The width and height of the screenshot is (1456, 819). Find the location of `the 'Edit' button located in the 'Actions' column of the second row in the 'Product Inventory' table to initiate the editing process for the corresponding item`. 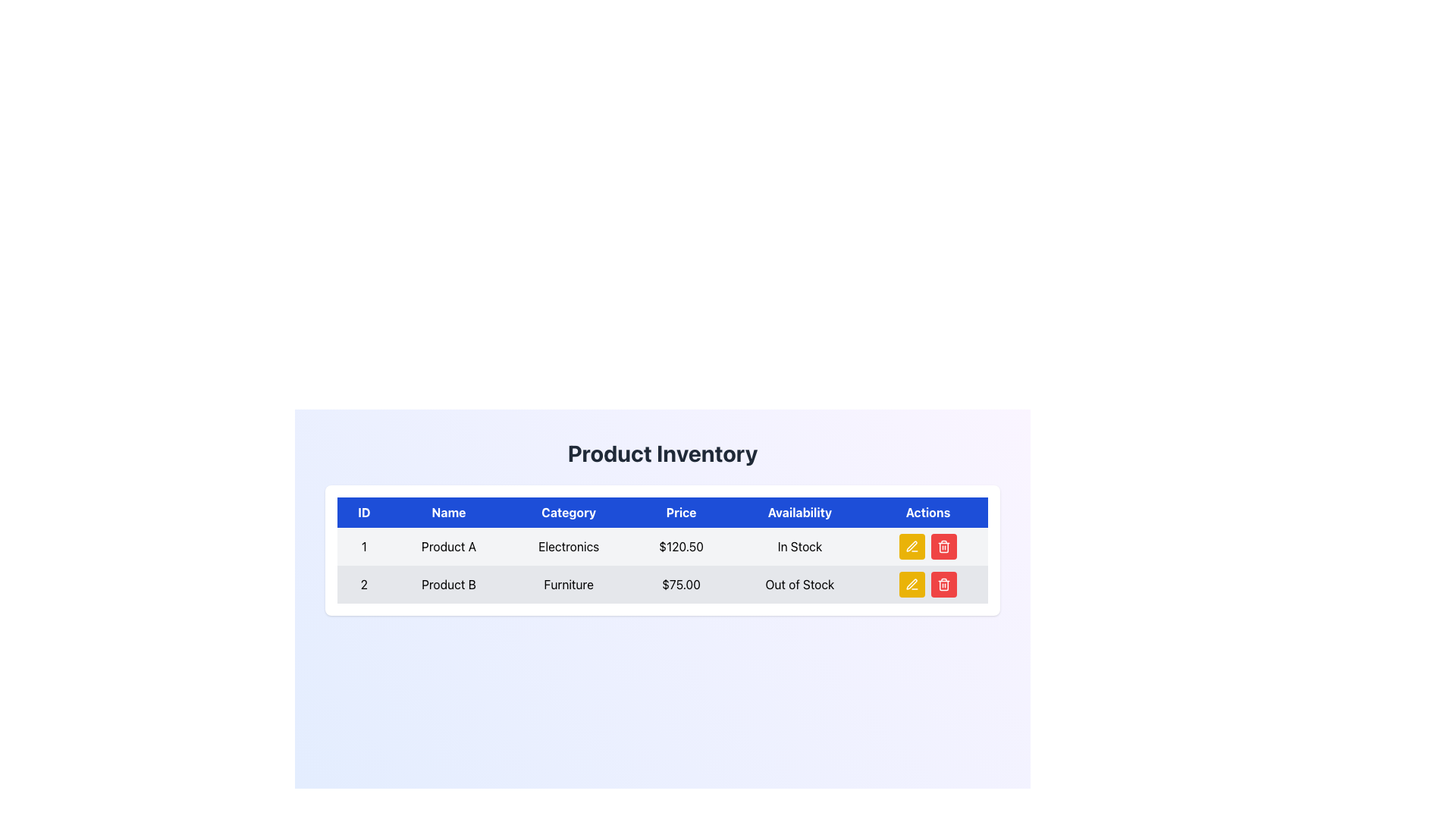

the 'Edit' button located in the 'Actions' column of the second row in the 'Product Inventory' table to initiate the editing process for the corresponding item is located at coordinates (911, 584).